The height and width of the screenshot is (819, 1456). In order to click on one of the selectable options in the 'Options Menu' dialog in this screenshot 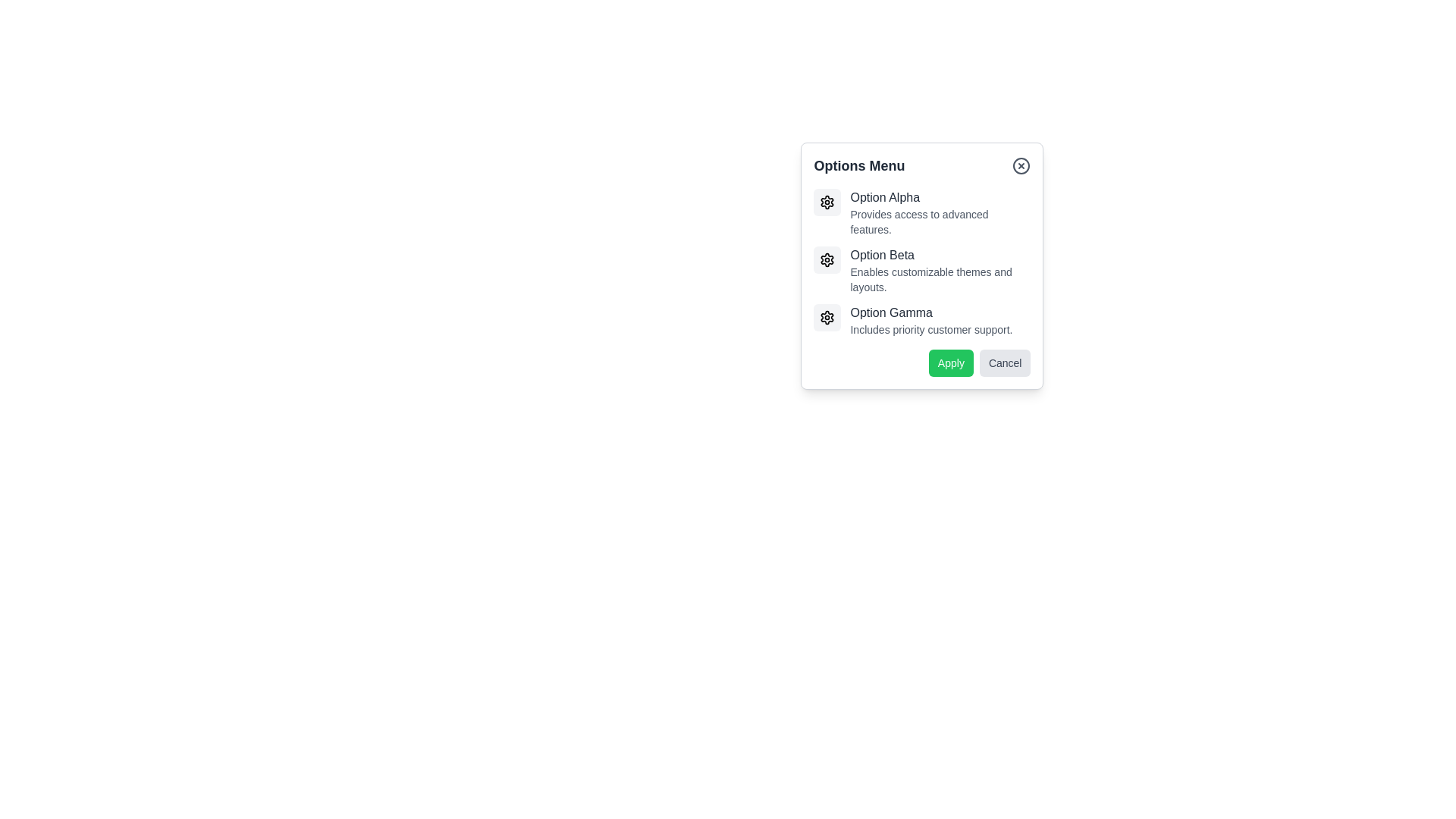, I will do `click(921, 262)`.